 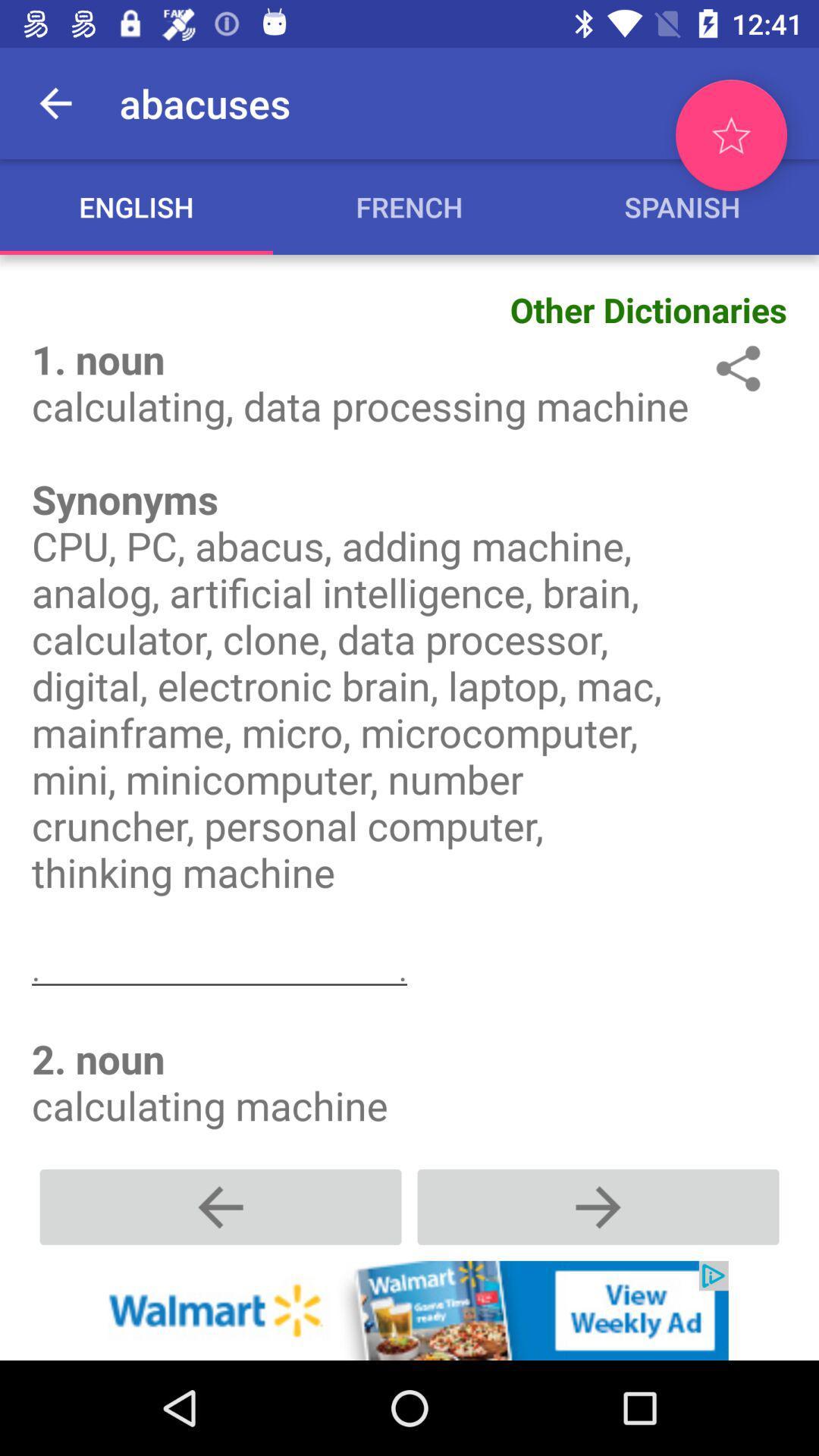 What do you see at coordinates (735, 368) in the screenshot?
I see `share option` at bounding box center [735, 368].